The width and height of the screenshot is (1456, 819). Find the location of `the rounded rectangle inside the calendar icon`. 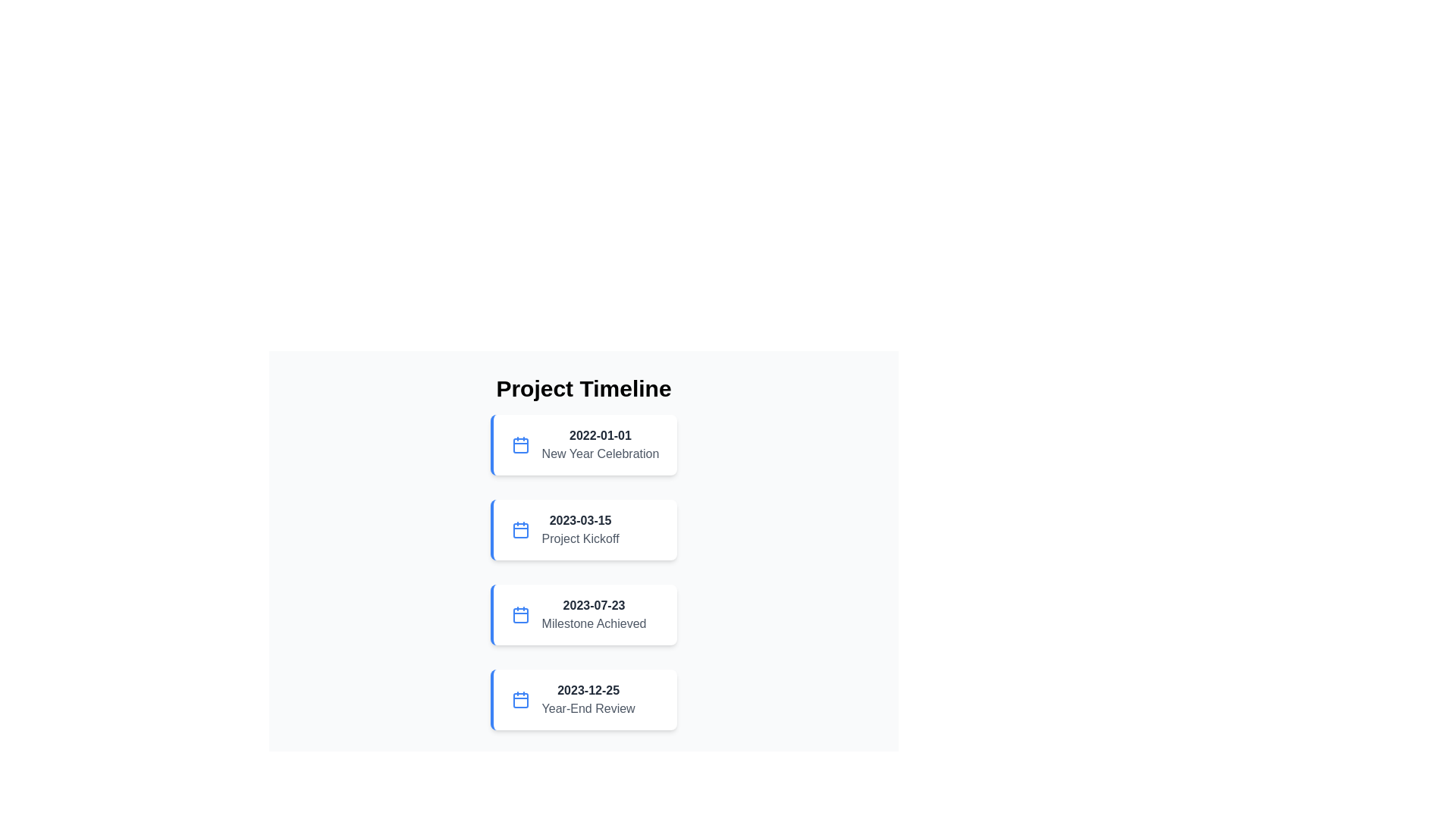

the rounded rectangle inside the calendar icon is located at coordinates (520, 529).